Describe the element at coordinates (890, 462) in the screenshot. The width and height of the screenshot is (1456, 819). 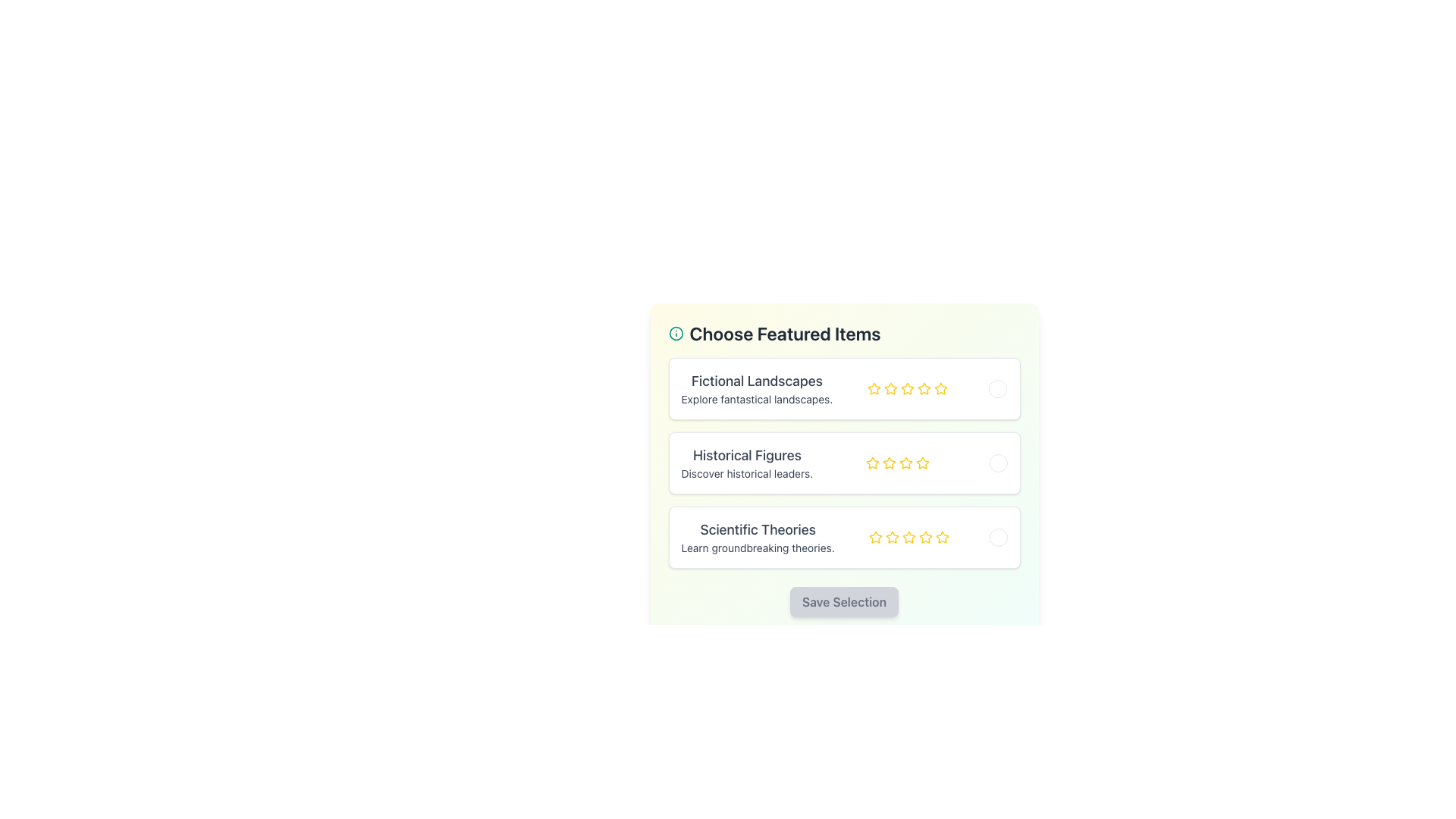
I see `the second yellow star in the 'Historical Figures' rating row` at that location.